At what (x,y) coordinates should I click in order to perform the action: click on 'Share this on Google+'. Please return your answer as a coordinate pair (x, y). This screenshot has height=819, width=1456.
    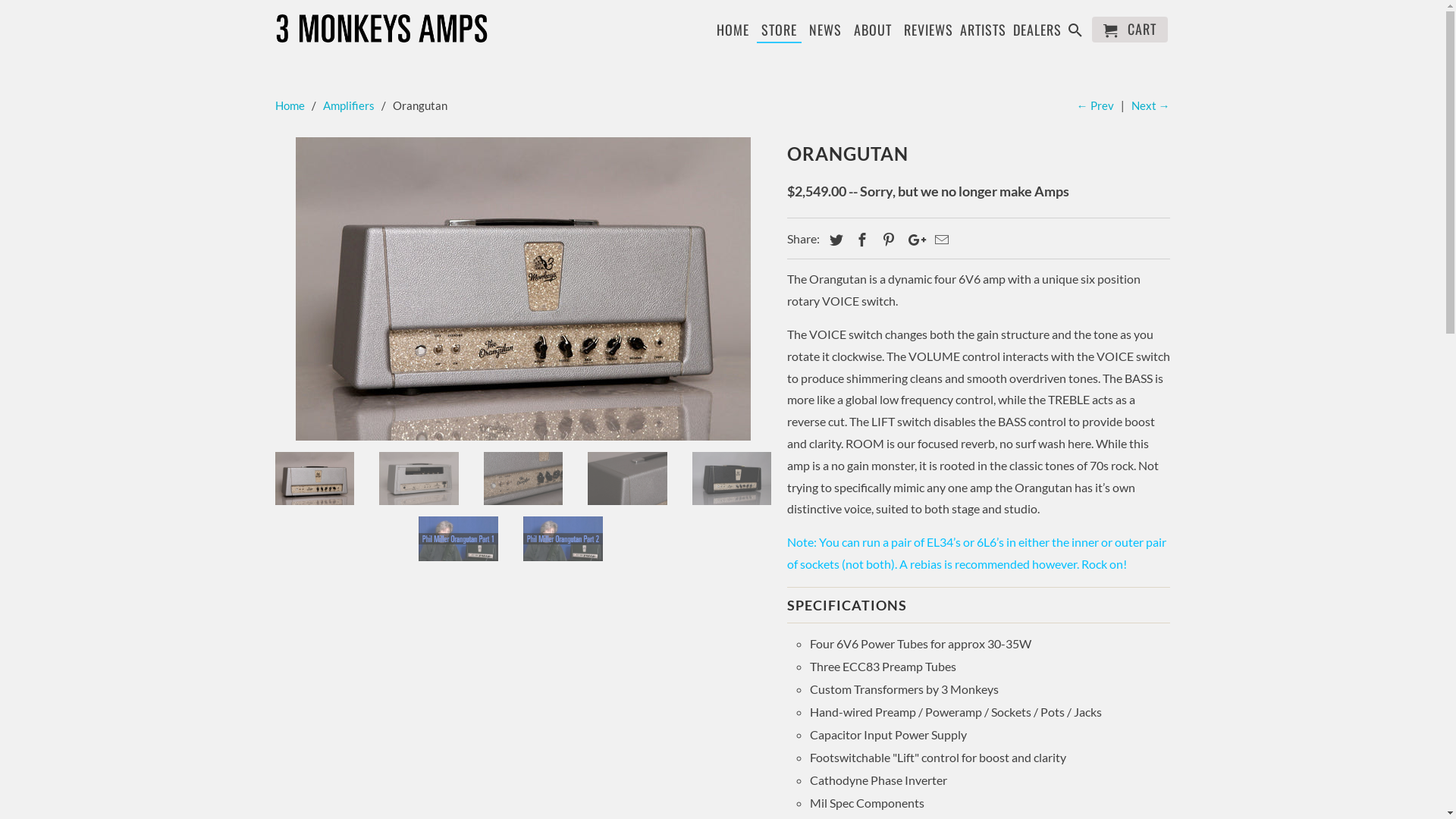
    Looking at the image, I should click on (901, 239).